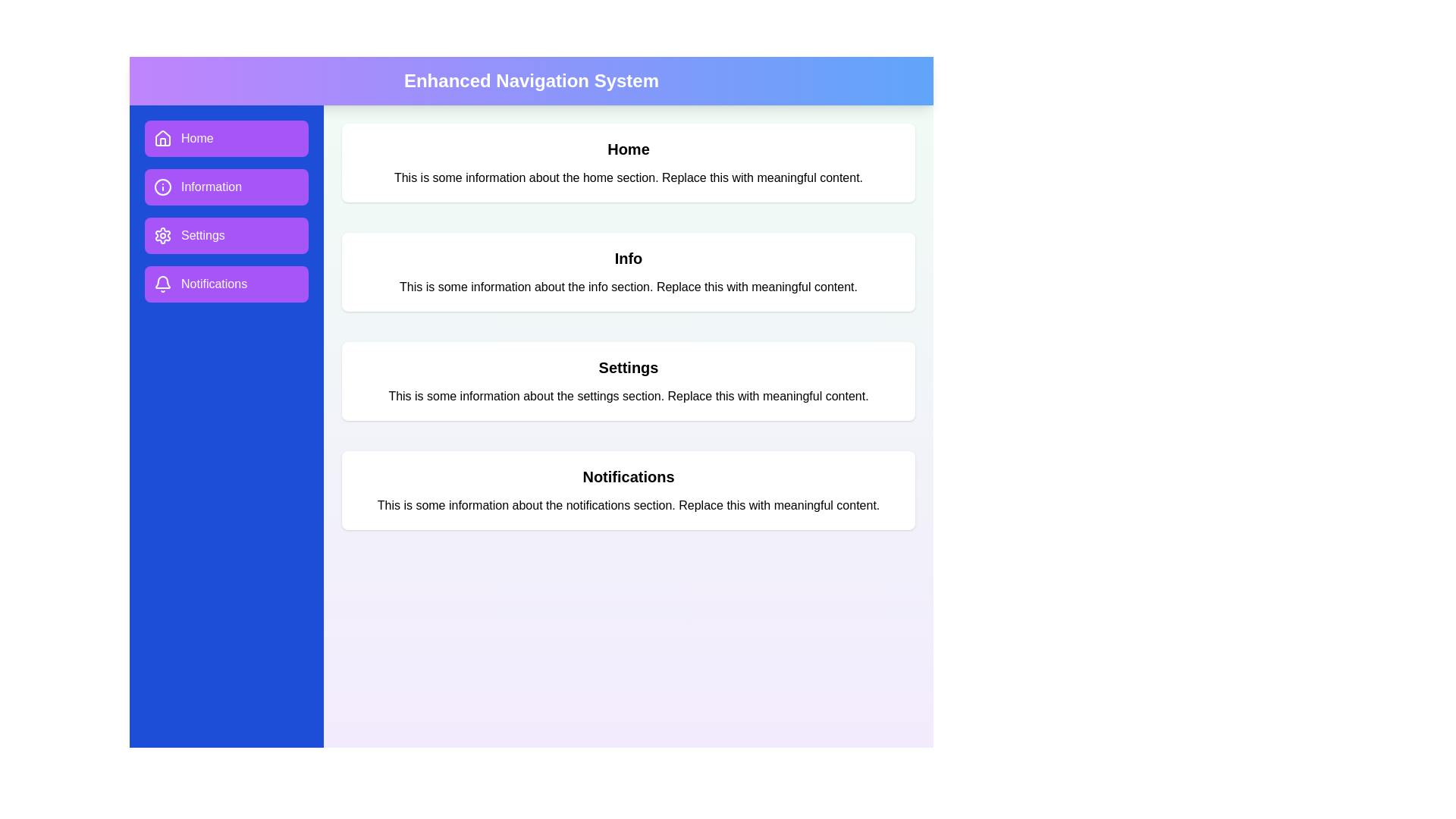 The height and width of the screenshot is (819, 1456). I want to click on the 'Settings' button located in the left-side vertical navigation bar, which is the third item below 'Home' and 'Information', so click(225, 236).